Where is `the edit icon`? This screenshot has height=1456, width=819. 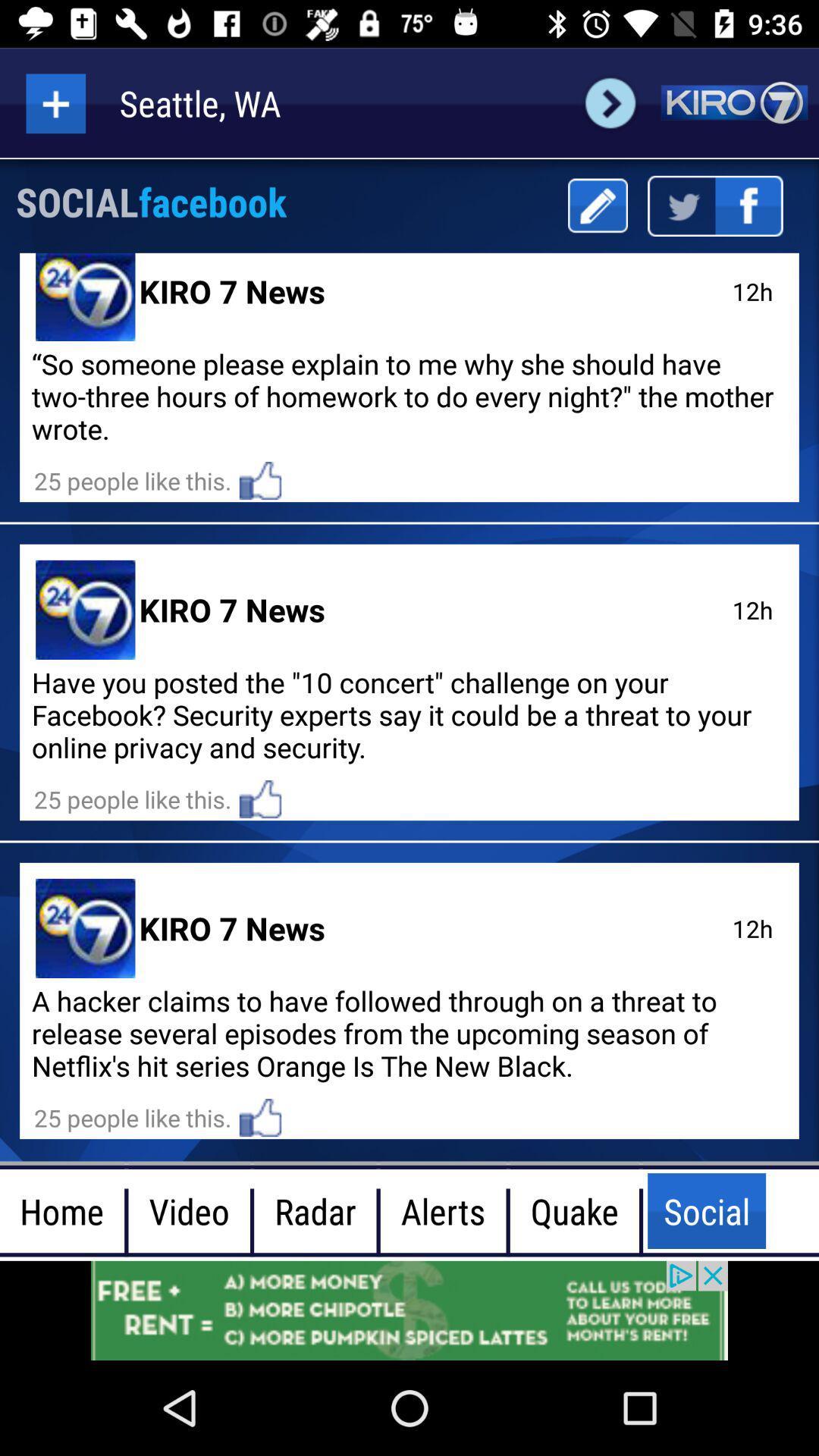 the edit icon is located at coordinates (597, 205).